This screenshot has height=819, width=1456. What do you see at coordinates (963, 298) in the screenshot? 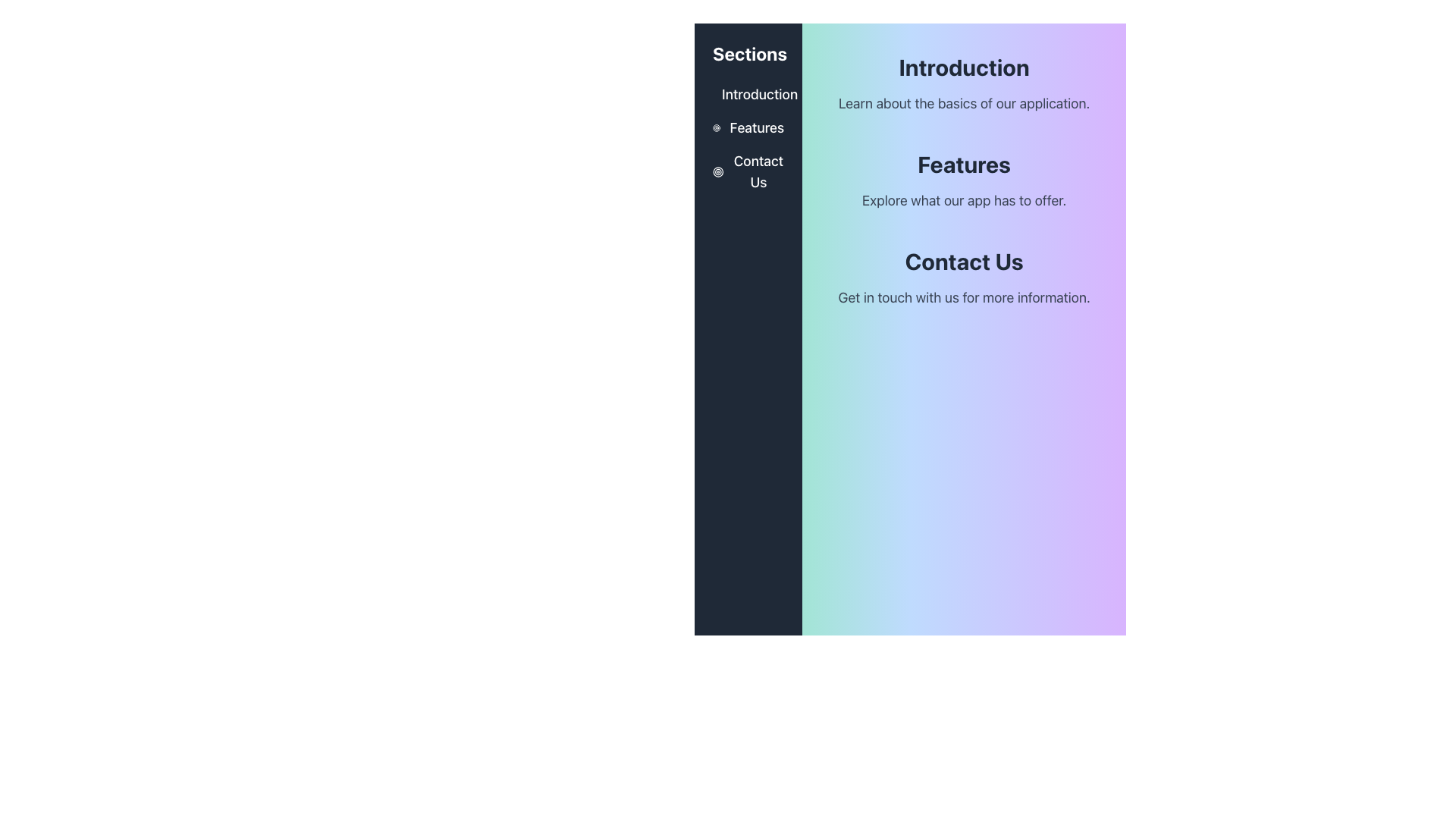
I see `the text element providing additional information related to contacting the organization, located directly below the 'Contact Us' heading in the right pane of the interface` at bounding box center [963, 298].